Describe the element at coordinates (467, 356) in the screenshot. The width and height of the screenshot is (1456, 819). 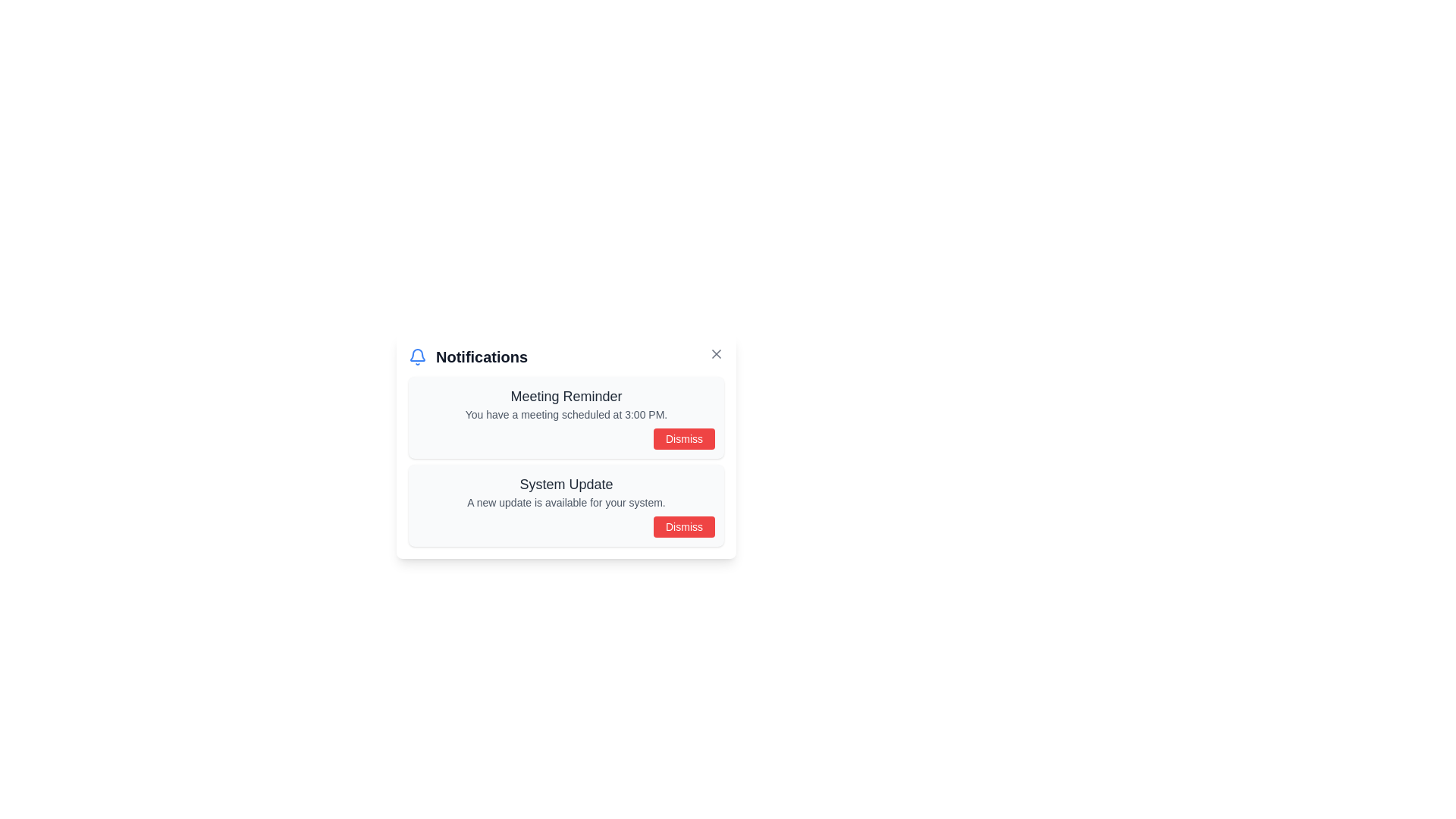
I see `the 'Notifications' label with the blue bell icon located in the top-left corner of the notification area` at that location.